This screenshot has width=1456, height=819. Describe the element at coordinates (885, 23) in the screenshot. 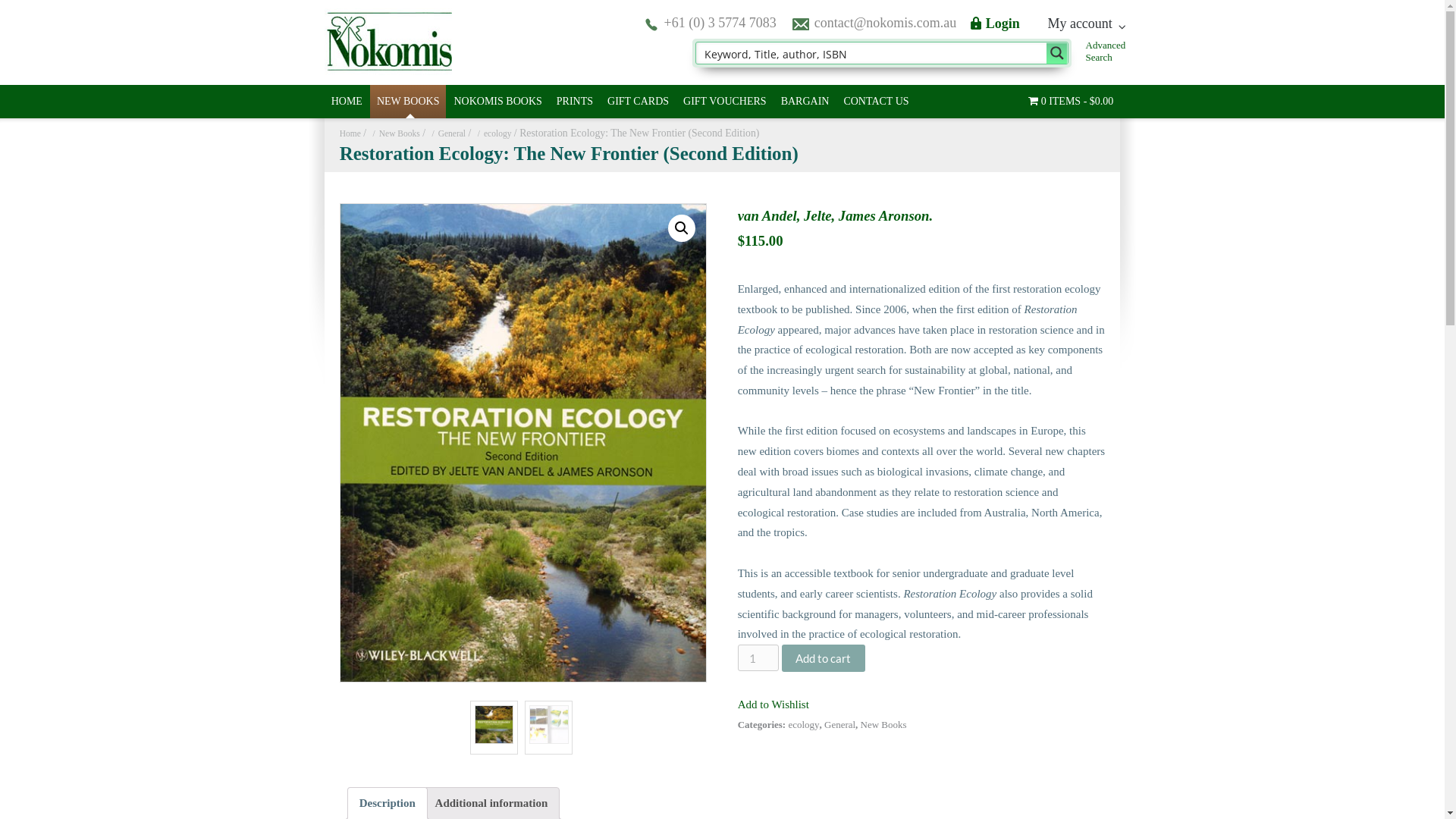

I see `'contact@nokomis.com.au'` at that location.